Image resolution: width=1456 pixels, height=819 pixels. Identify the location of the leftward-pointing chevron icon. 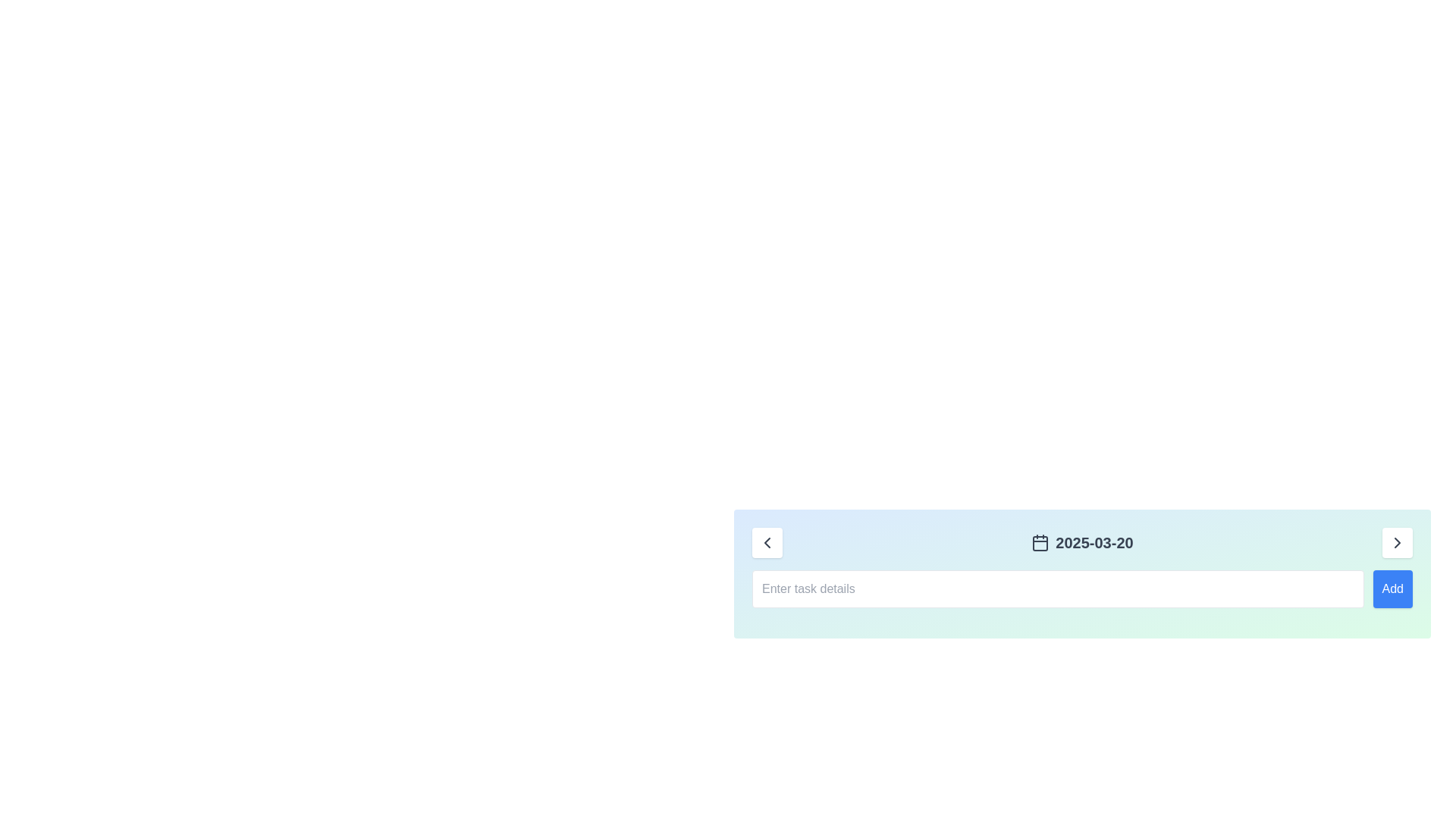
(767, 542).